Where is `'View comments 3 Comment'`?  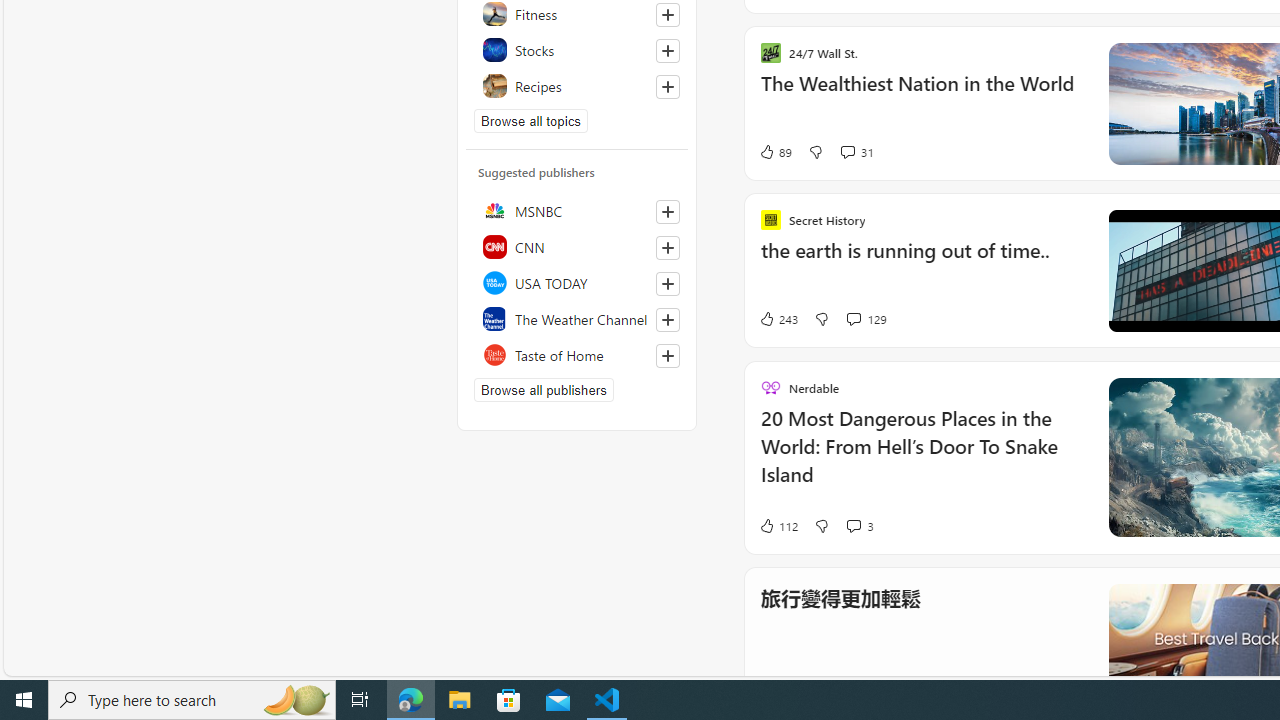 'View comments 3 Comment' is located at coordinates (853, 524).